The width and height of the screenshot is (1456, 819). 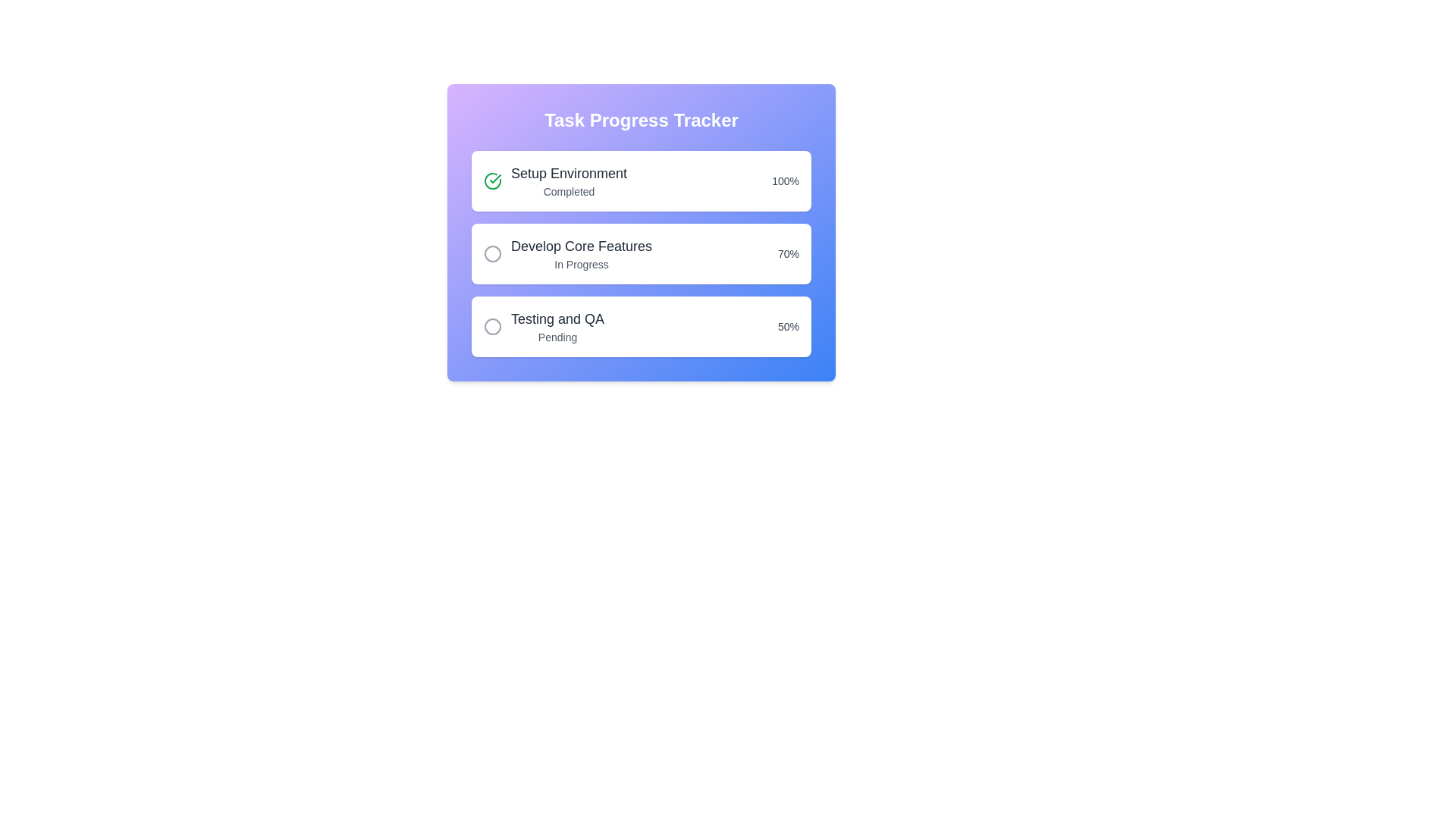 What do you see at coordinates (492, 253) in the screenshot?
I see `the Circle icon, which has a gray outline and represents a status marker, located to the left of the text 'Develop Core Features' in the task progress tracker interface` at bounding box center [492, 253].